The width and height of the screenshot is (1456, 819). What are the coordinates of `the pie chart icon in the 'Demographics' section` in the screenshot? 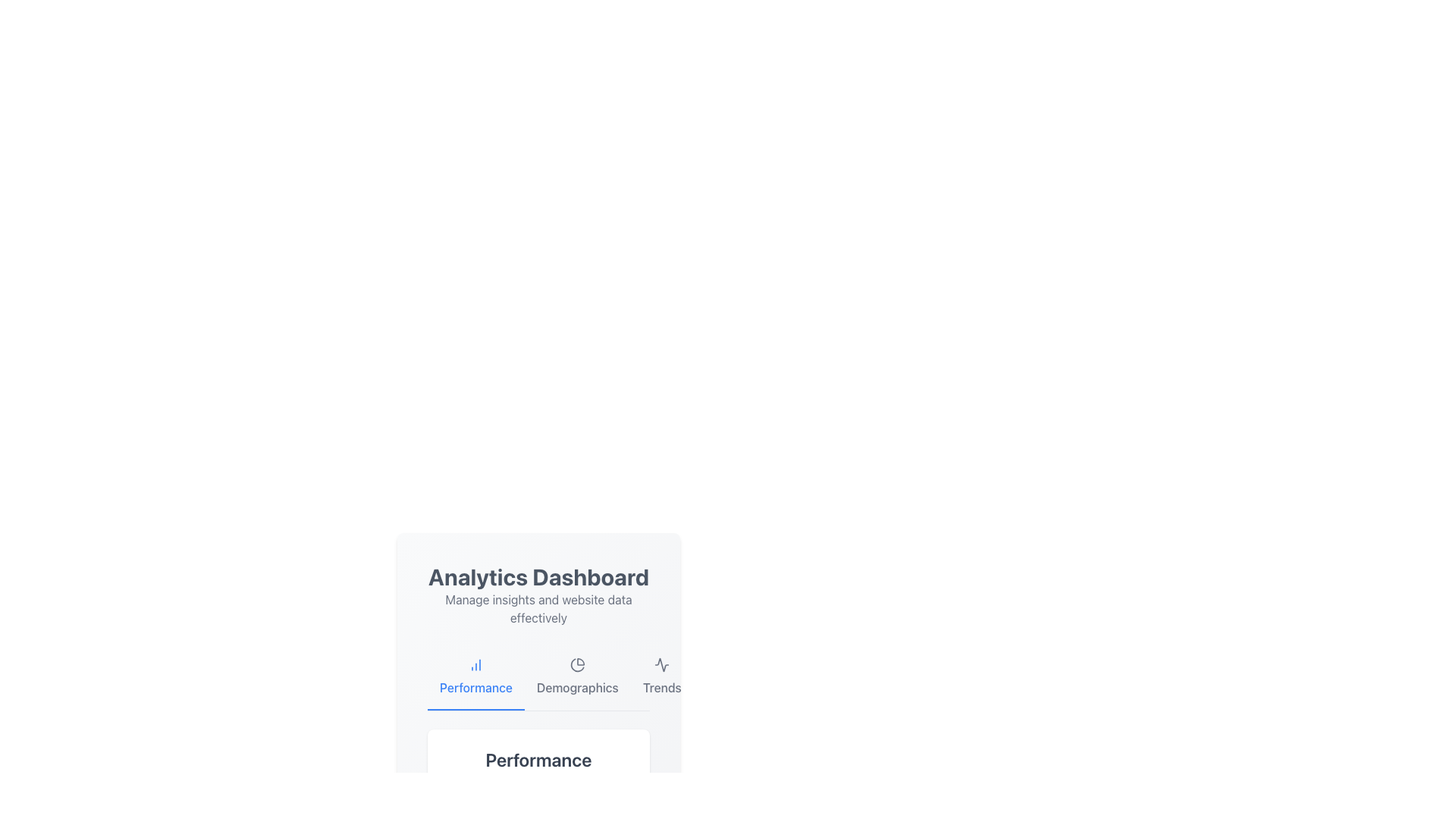 It's located at (576, 664).